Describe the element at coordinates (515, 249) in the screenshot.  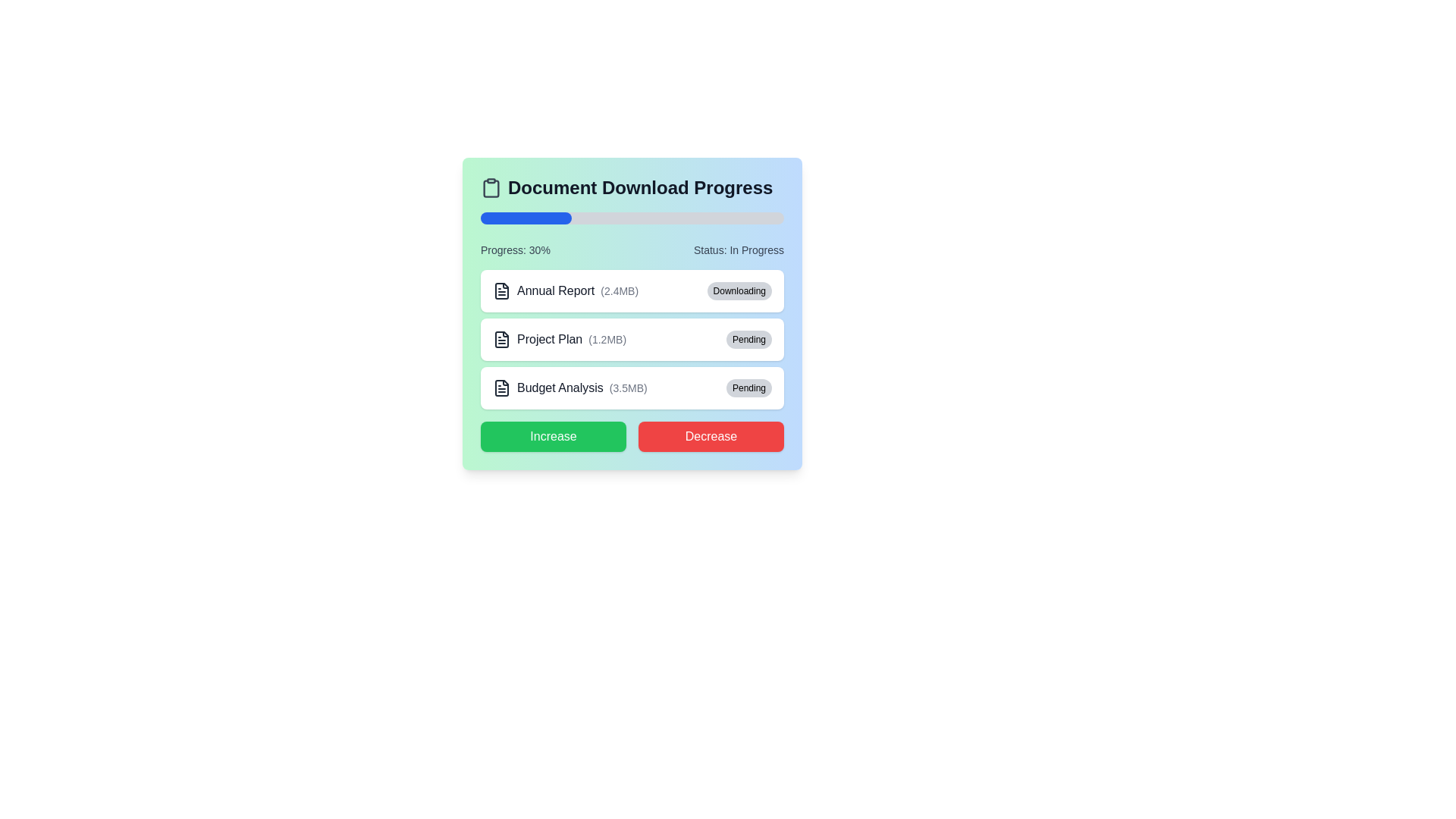
I see `the static text label displaying 'Progress: 30%' which is located below the progress bar and above a list of items` at that location.